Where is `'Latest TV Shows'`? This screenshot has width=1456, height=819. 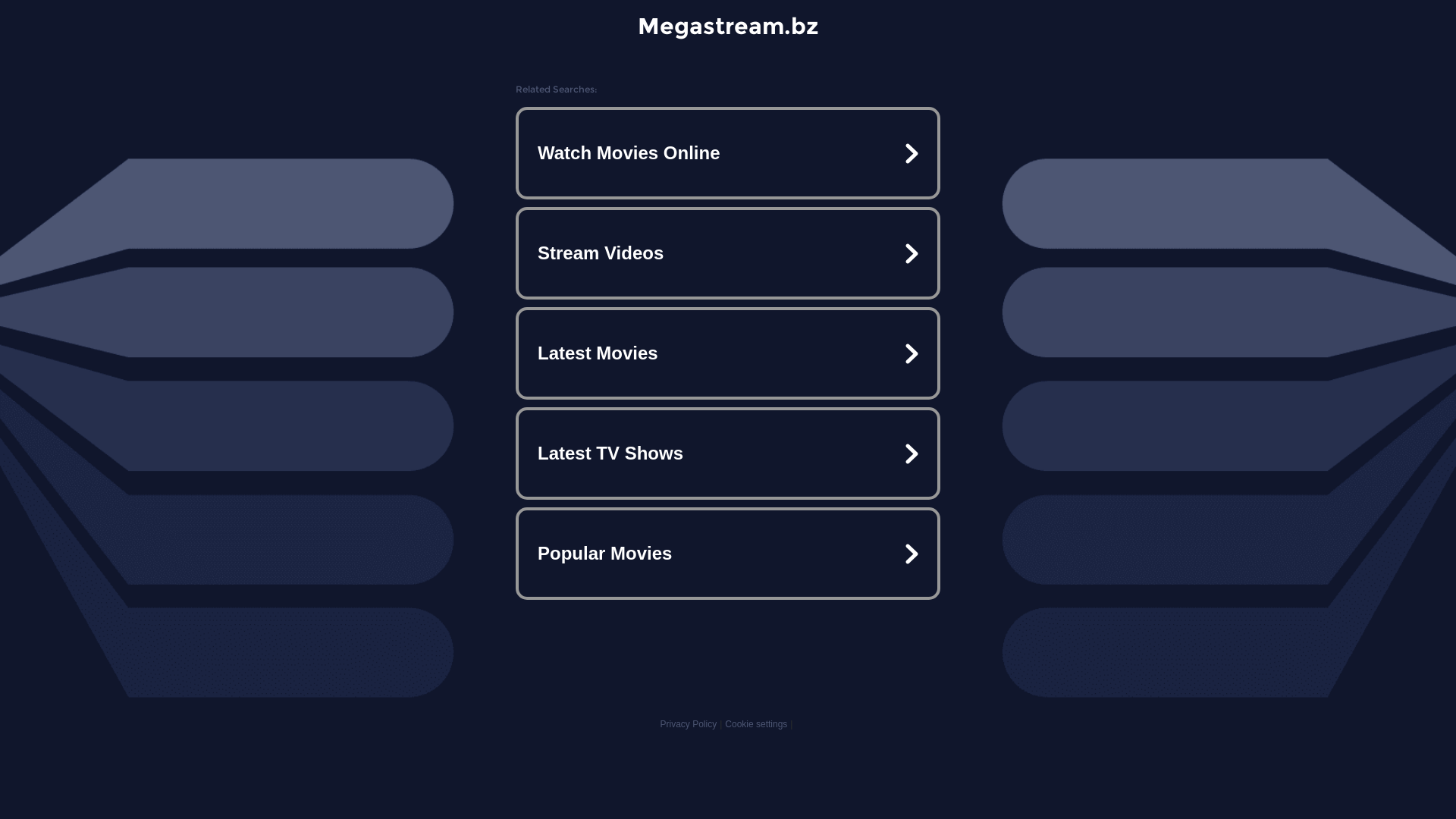
'Latest TV Shows' is located at coordinates (728, 452).